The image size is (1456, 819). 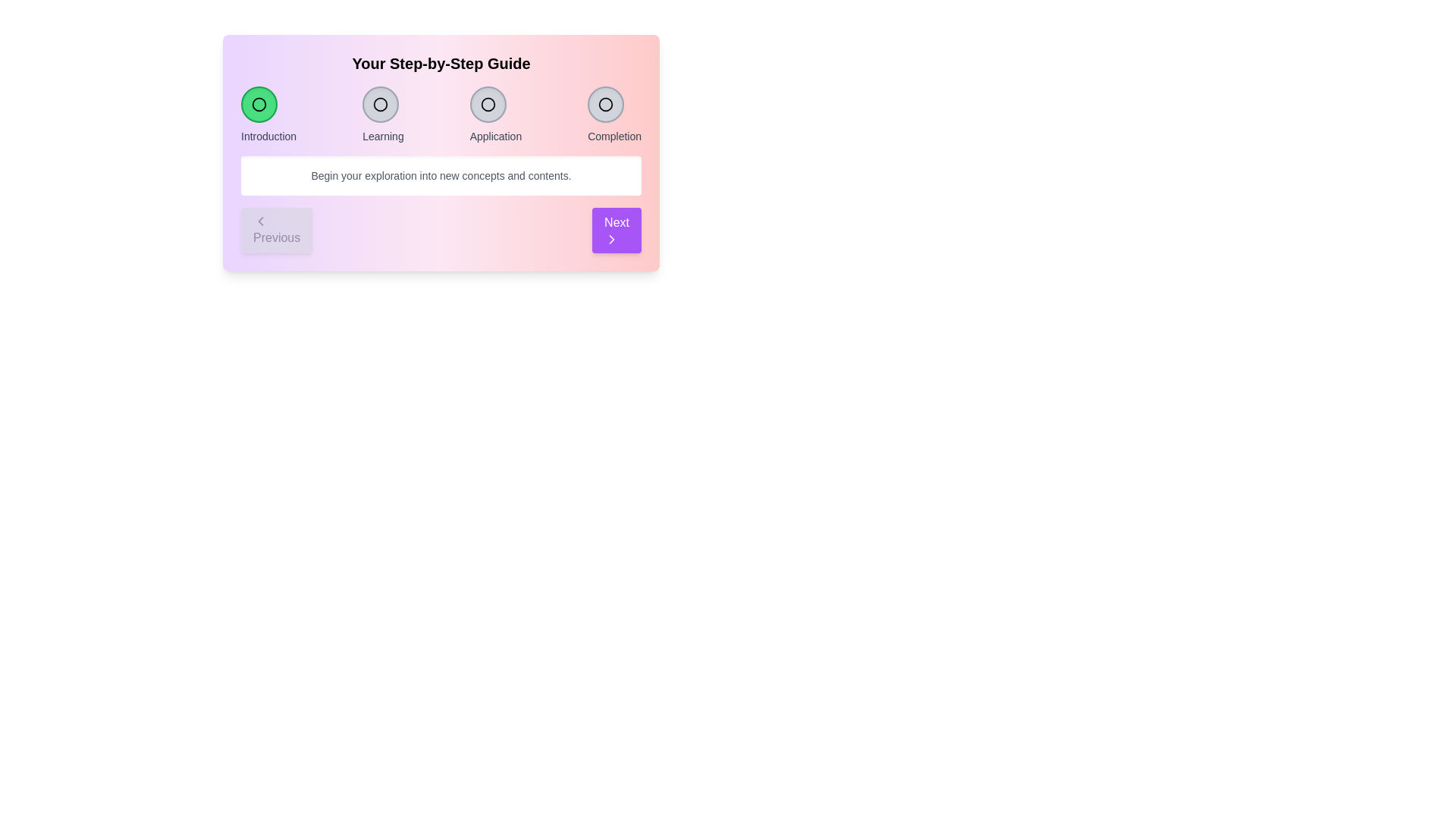 I want to click on the fourth button labeled 'Completion' in the upper-right corner of the navigation interface, so click(x=614, y=114).